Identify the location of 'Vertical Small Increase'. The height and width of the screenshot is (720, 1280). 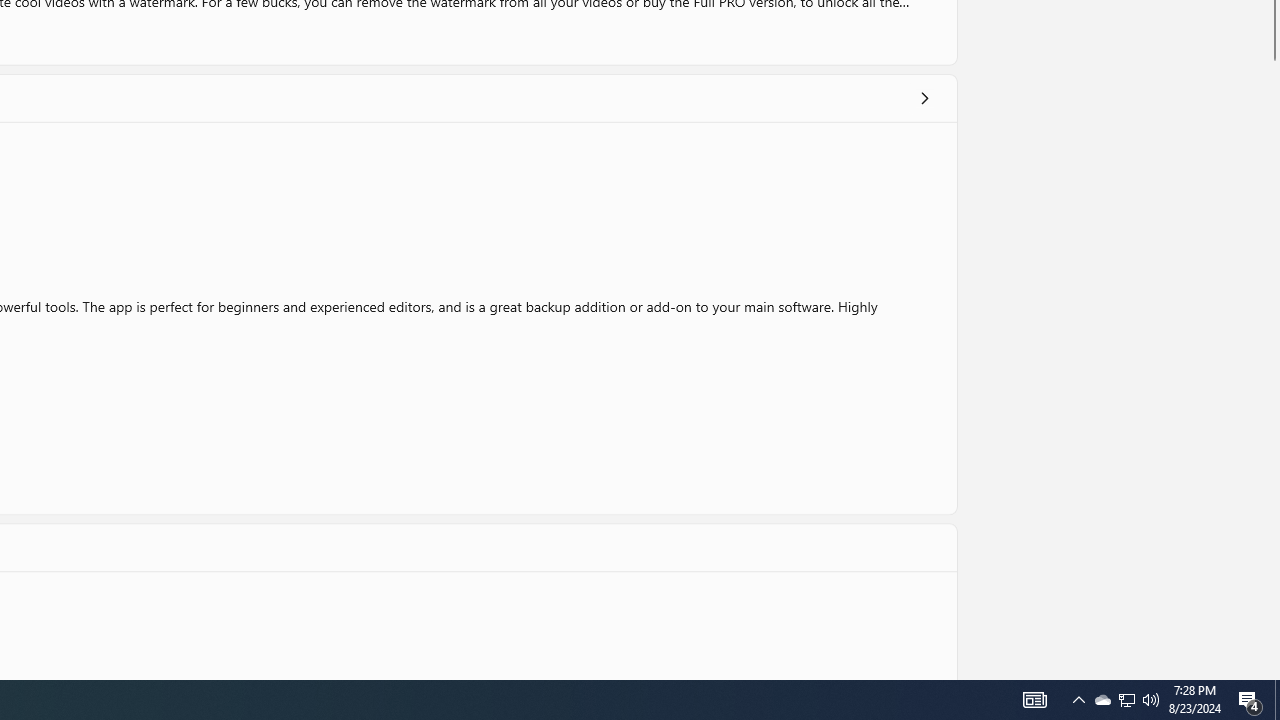
(1271, 672).